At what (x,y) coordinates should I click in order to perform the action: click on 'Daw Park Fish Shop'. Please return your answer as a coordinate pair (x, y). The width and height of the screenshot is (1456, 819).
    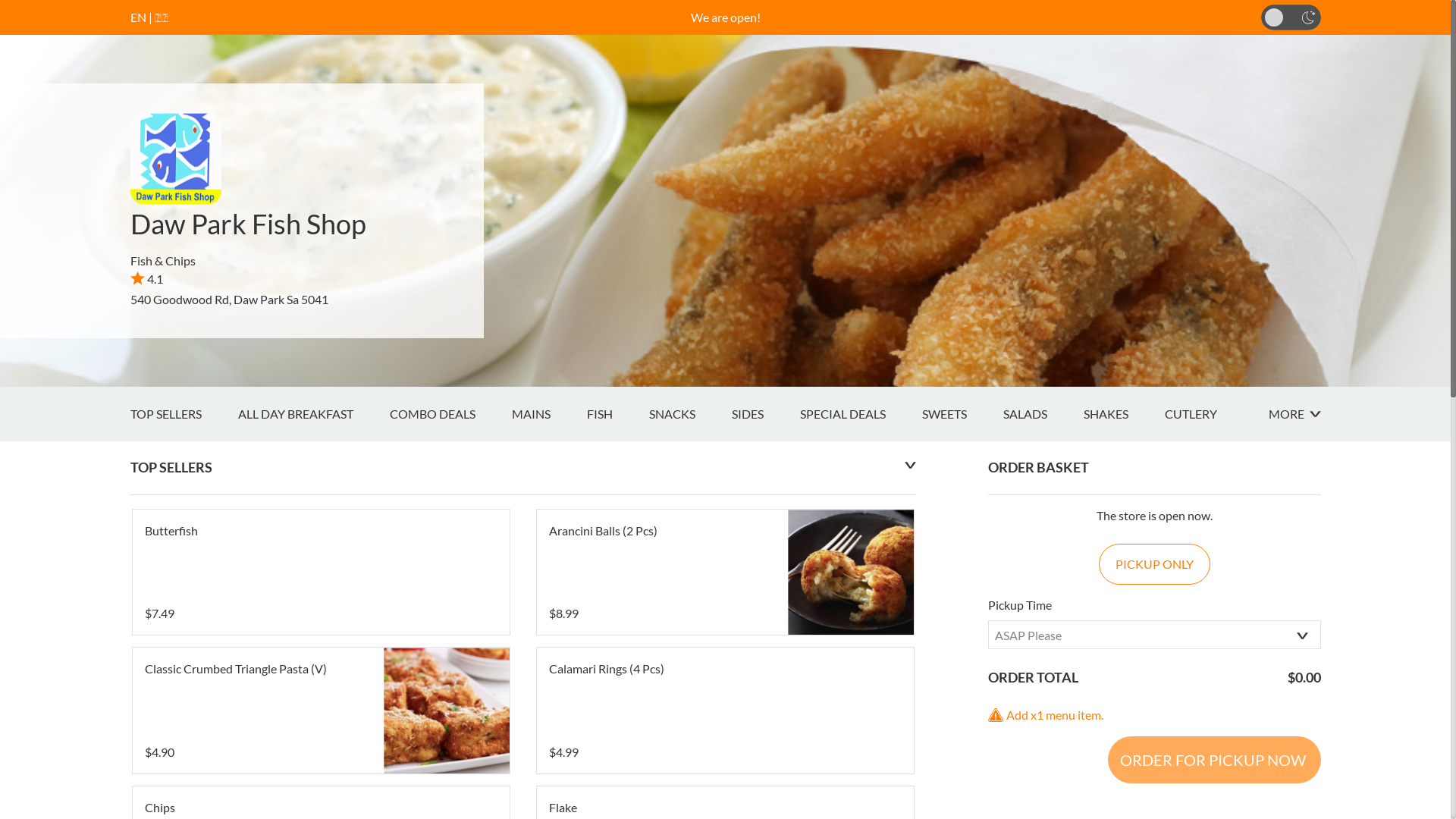
    Looking at the image, I should click on (248, 223).